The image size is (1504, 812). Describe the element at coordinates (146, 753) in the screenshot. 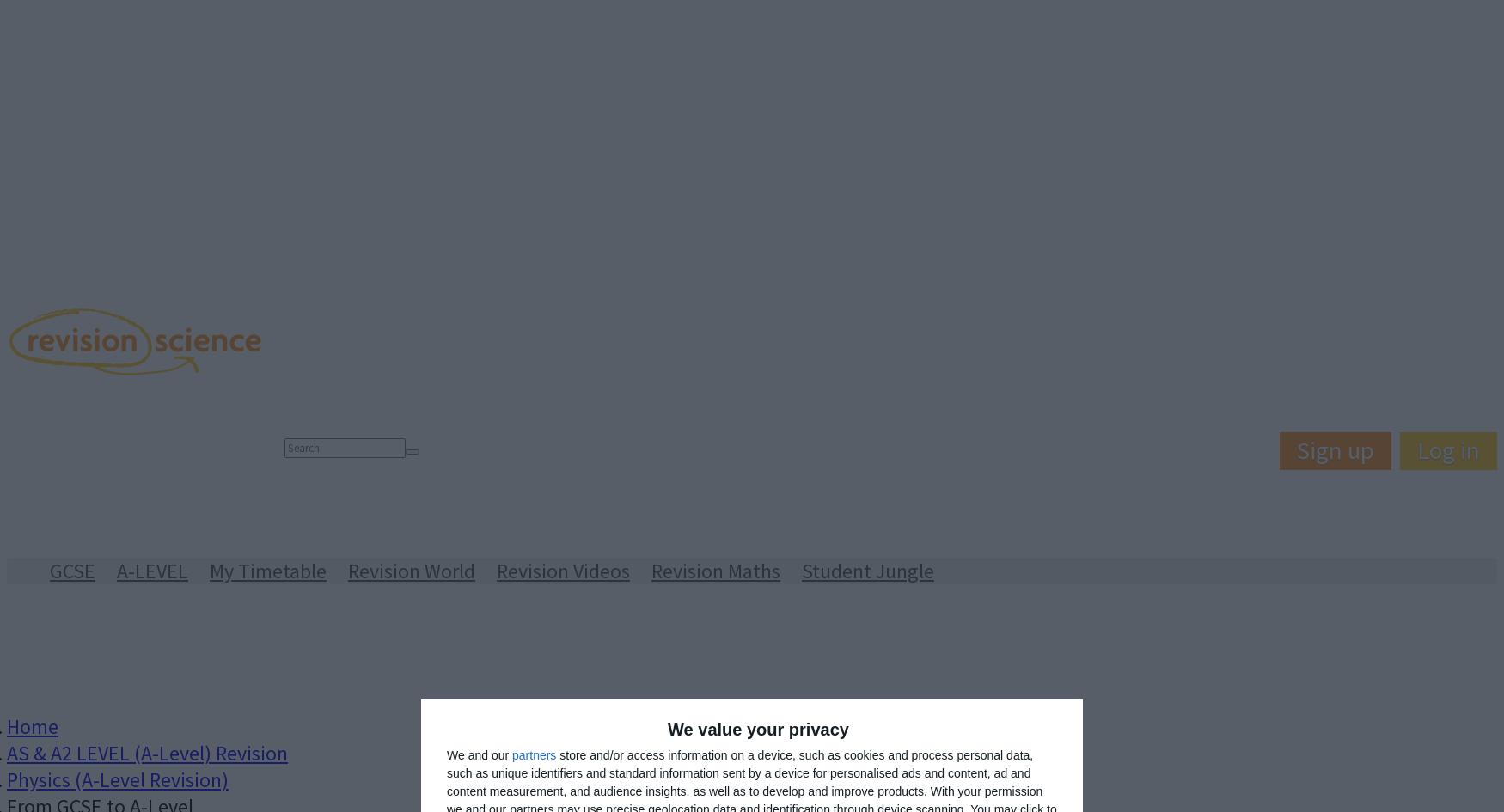

I see `'AS & A2 LEVEL (A-Level) Revision'` at that location.